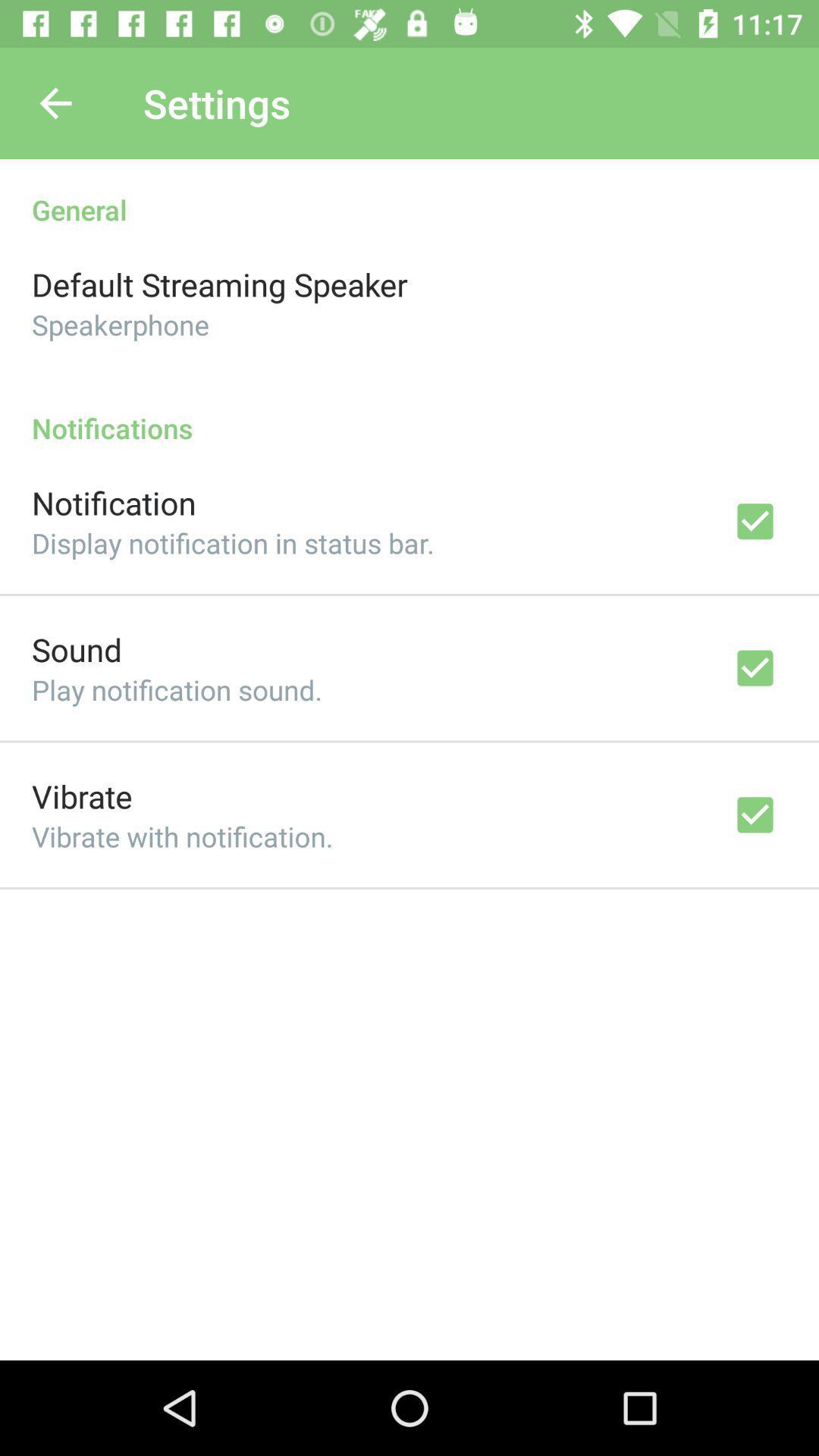 This screenshot has height=1456, width=819. What do you see at coordinates (233, 543) in the screenshot?
I see `the icon above the sound icon` at bounding box center [233, 543].